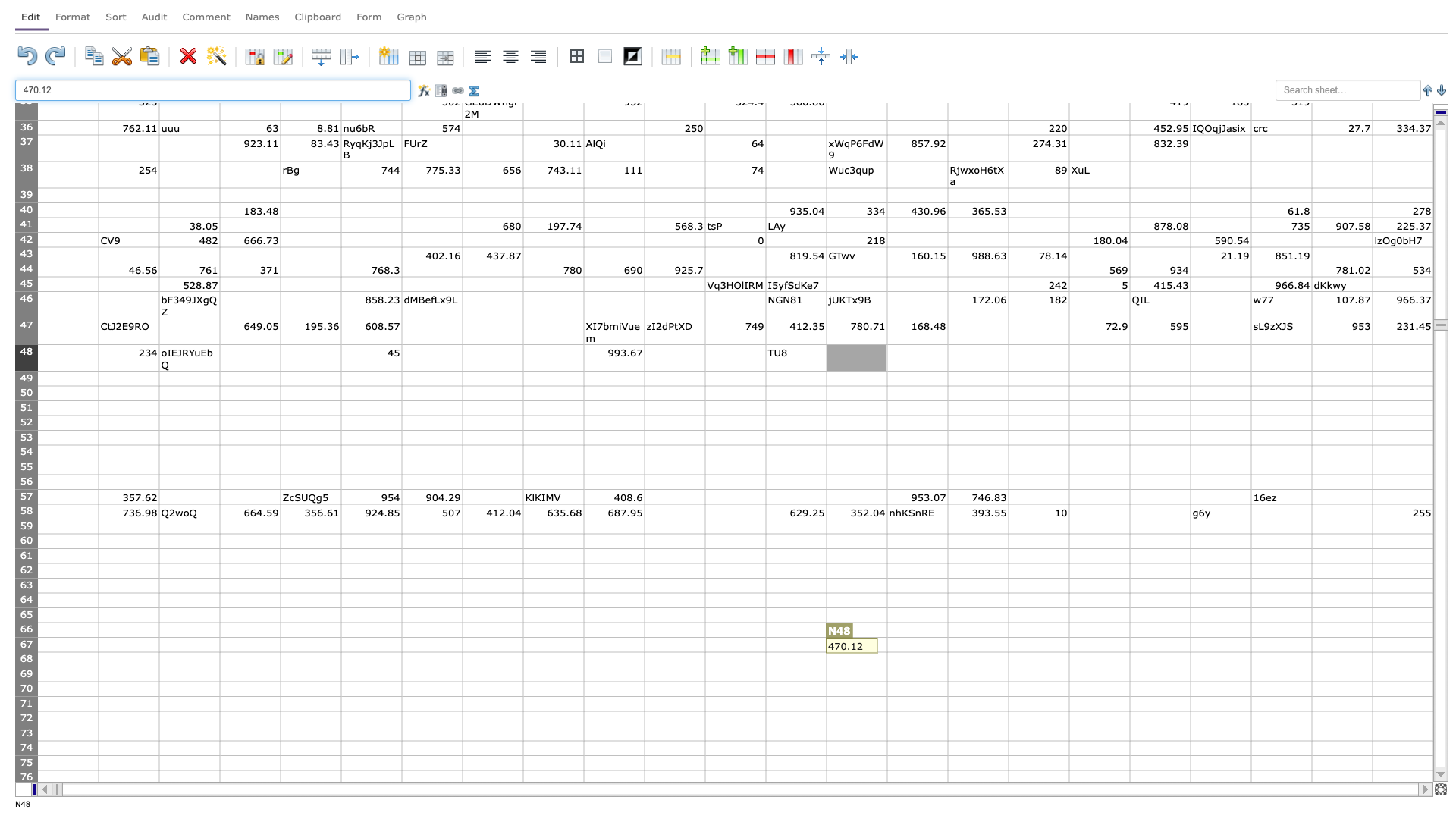  What do you see at coordinates (946, 666) in the screenshot?
I see `Series fill point of cell O68` at bounding box center [946, 666].